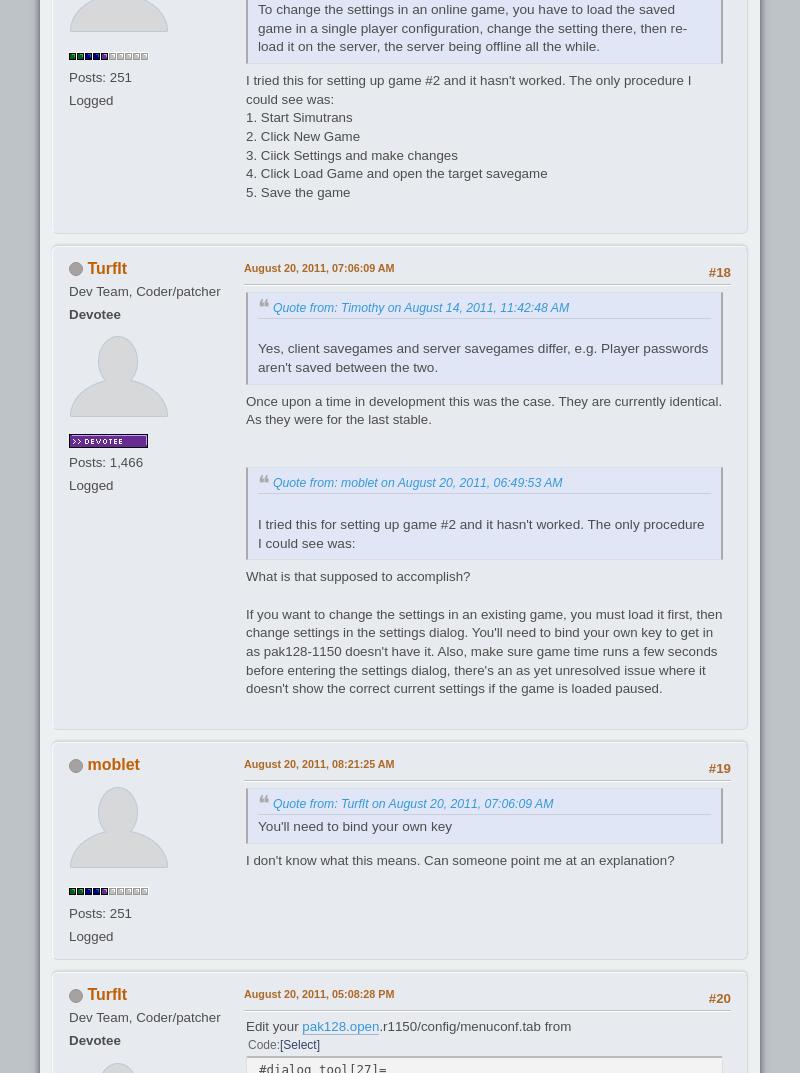 The height and width of the screenshot is (1073, 800). Describe the element at coordinates (417, 481) in the screenshot. I see `'Quote from: moblet on August 20, 2011, 06:49:53 AM'` at that location.